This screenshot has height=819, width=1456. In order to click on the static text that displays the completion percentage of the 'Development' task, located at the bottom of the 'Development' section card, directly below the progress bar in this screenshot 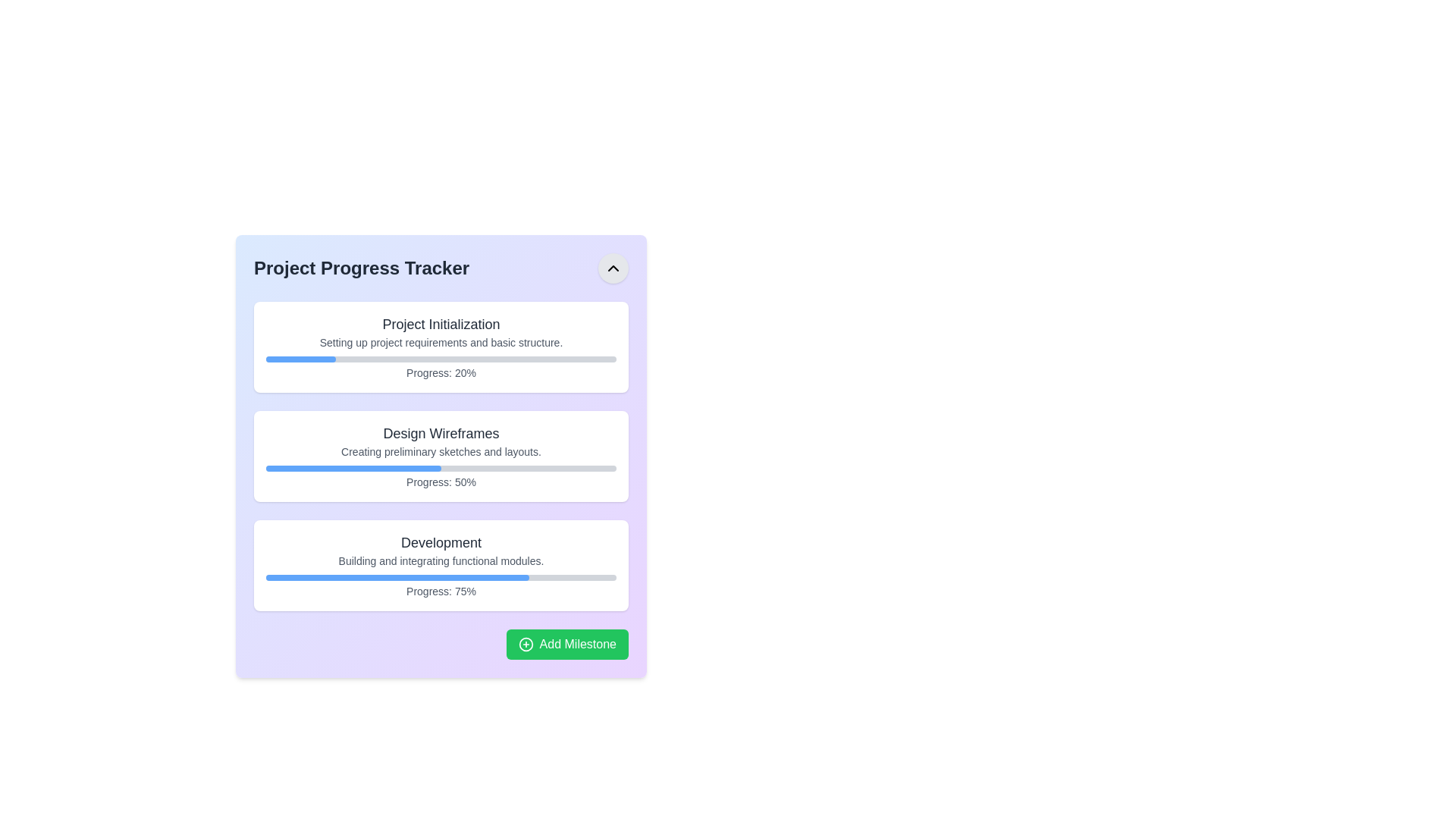, I will do `click(440, 590)`.